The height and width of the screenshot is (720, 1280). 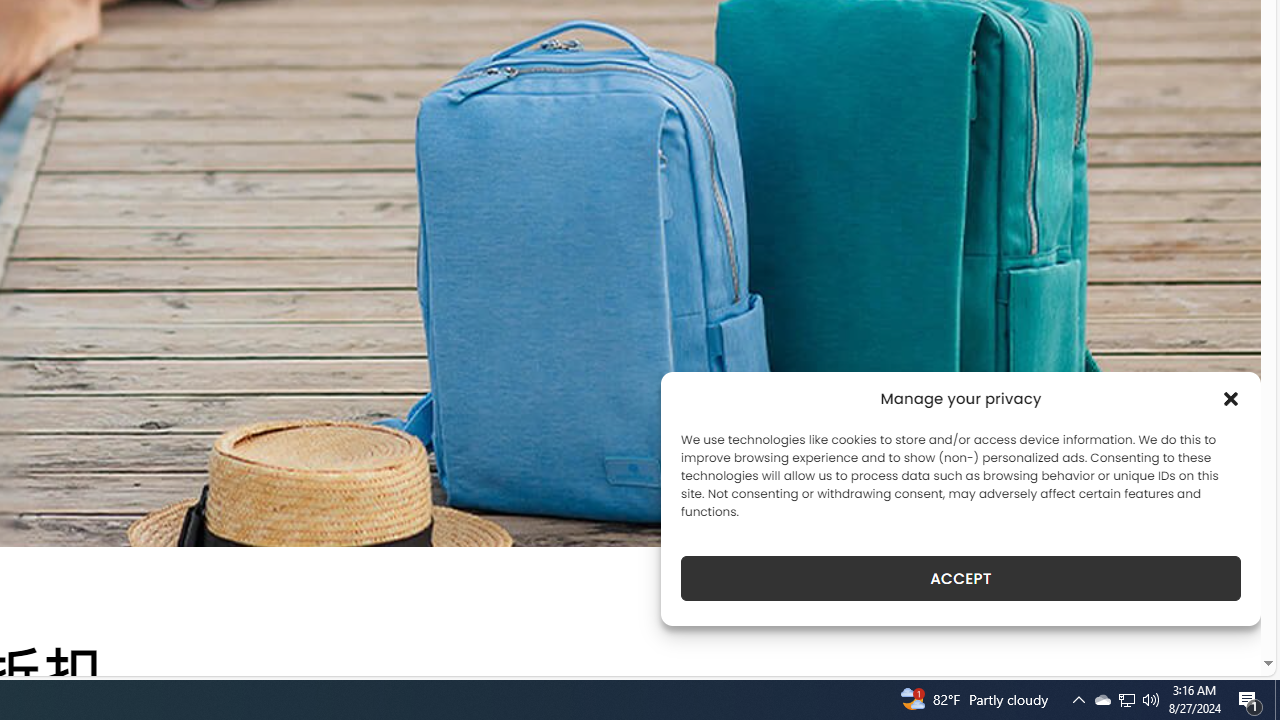 I want to click on 'Class: cmplz-close', so click(x=1230, y=398).